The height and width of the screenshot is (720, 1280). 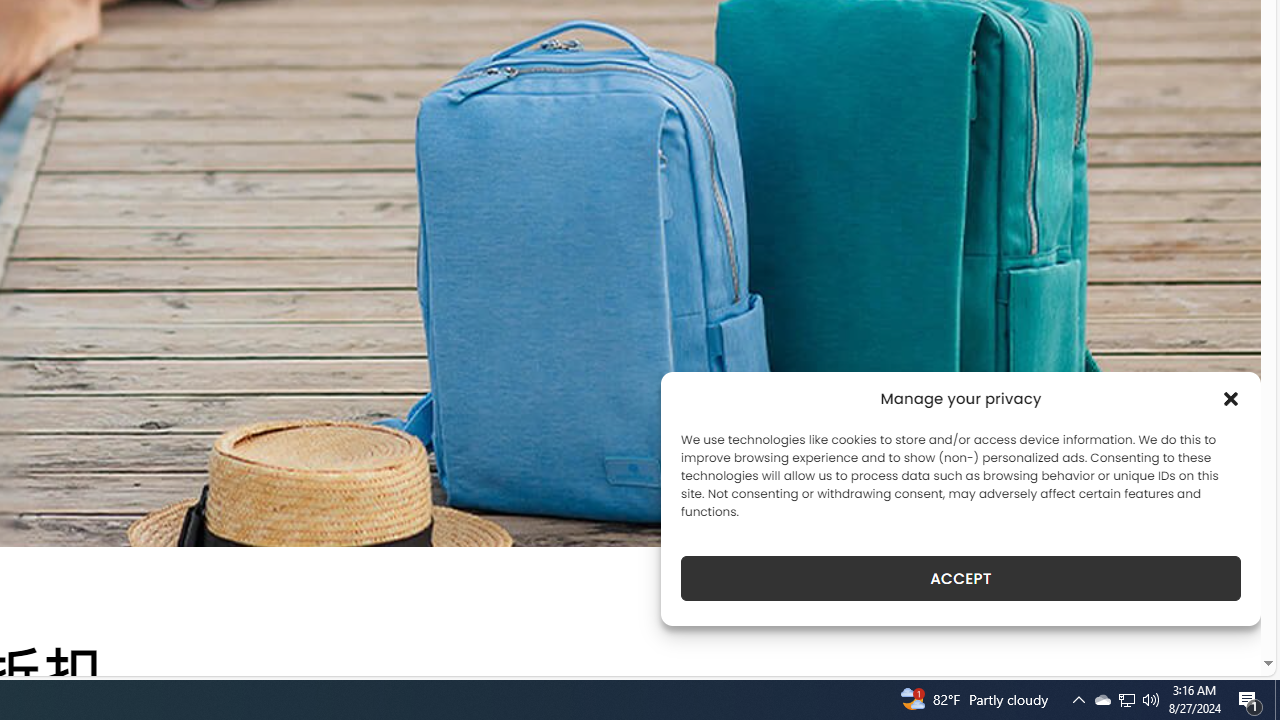 I want to click on 'Class: cmplz-close', so click(x=1230, y=398).